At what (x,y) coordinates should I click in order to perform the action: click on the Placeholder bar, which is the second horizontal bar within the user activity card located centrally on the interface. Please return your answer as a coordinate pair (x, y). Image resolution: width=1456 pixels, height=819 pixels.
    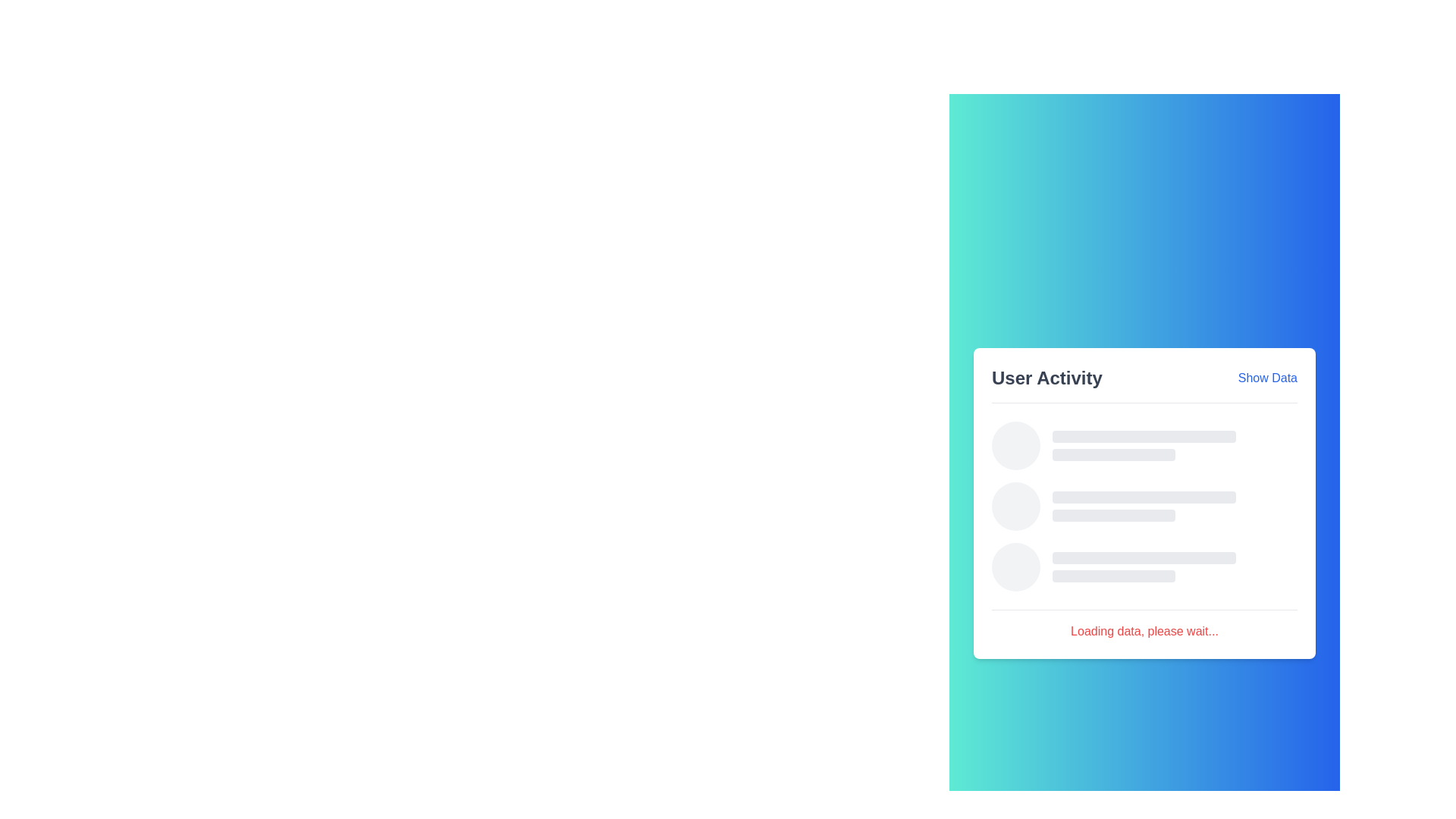
    Looking at the image, I should click on (1113, 454).